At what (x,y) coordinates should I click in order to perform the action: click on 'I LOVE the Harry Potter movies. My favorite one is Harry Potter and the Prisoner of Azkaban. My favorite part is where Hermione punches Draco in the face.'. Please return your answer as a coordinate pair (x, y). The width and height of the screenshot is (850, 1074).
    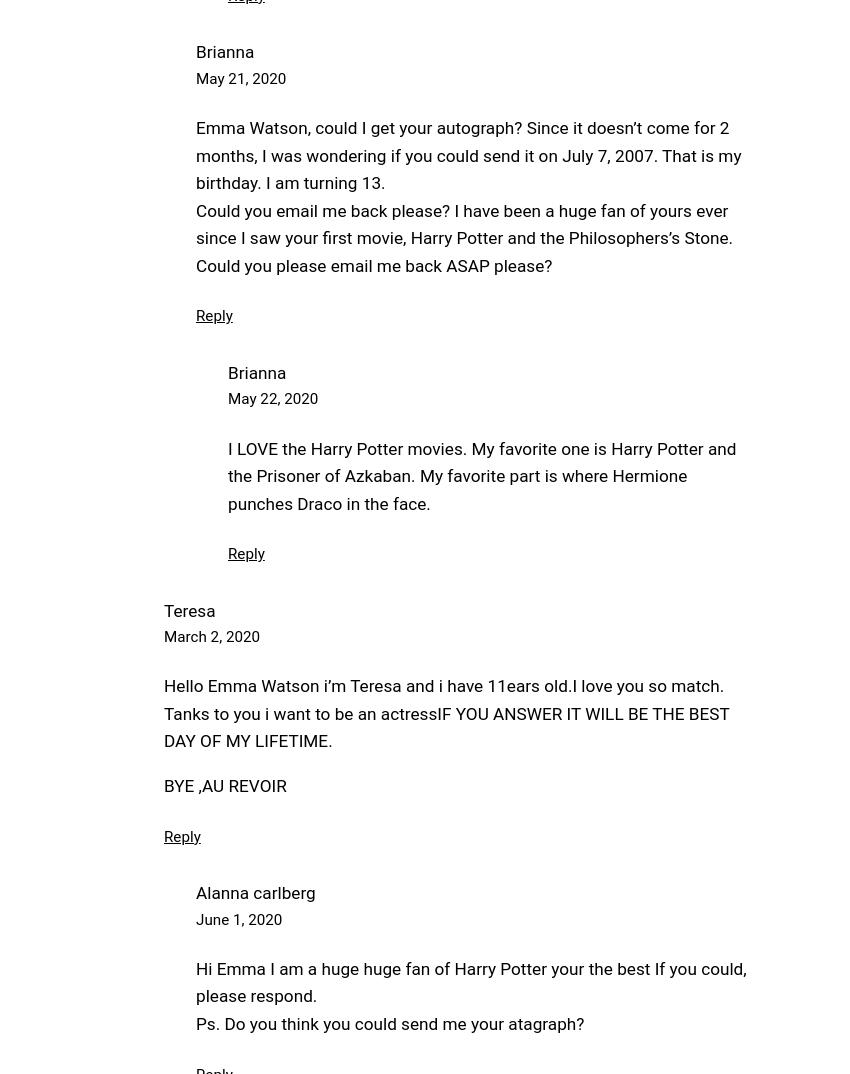
    Looking at the image, I should click on (482, 474).